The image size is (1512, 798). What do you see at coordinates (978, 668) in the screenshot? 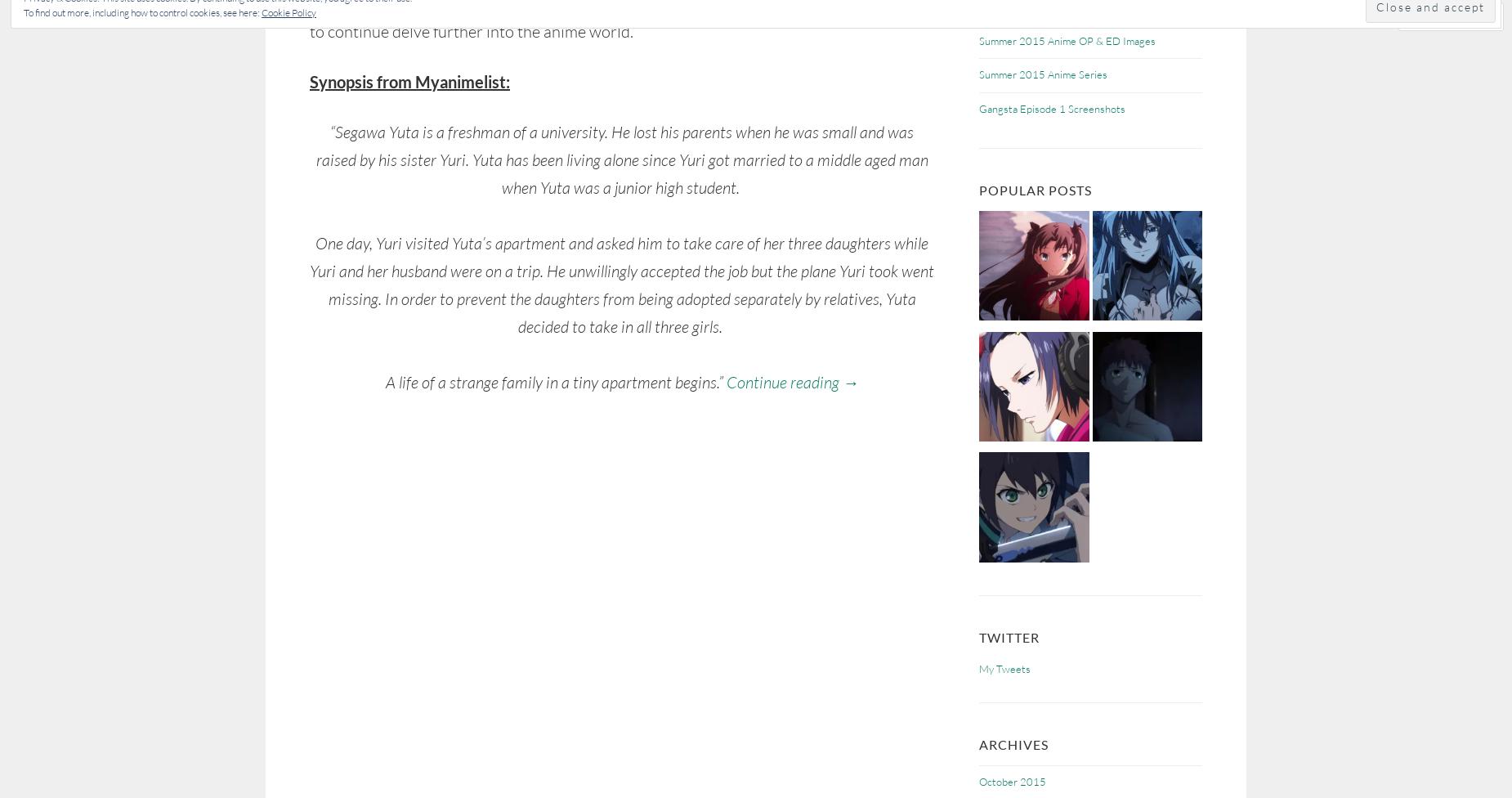
I see `'My Tweets'` at bounding box center [978, 668].